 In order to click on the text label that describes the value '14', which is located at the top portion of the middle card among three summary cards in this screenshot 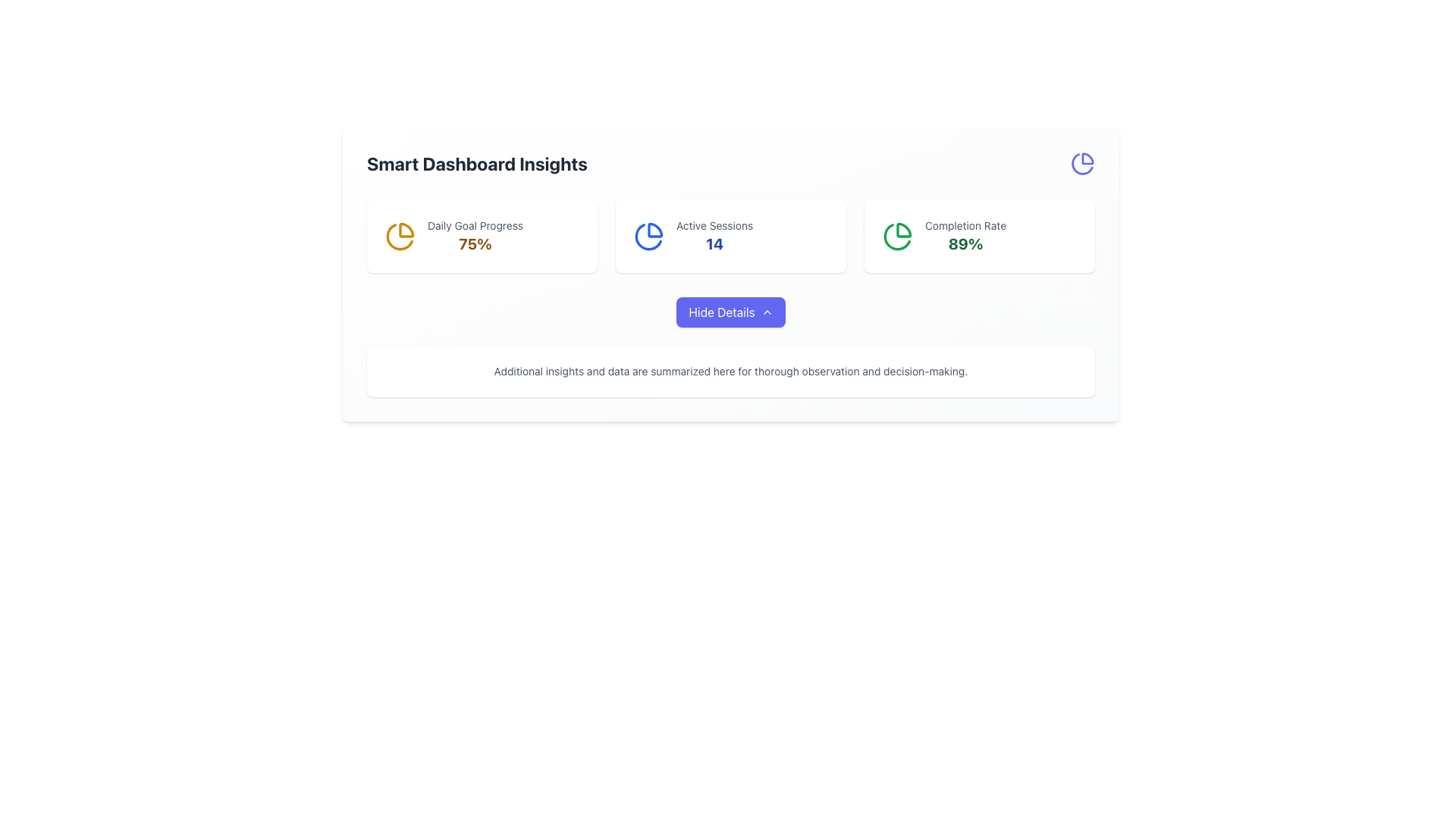, I will do `click(714, 225)`.